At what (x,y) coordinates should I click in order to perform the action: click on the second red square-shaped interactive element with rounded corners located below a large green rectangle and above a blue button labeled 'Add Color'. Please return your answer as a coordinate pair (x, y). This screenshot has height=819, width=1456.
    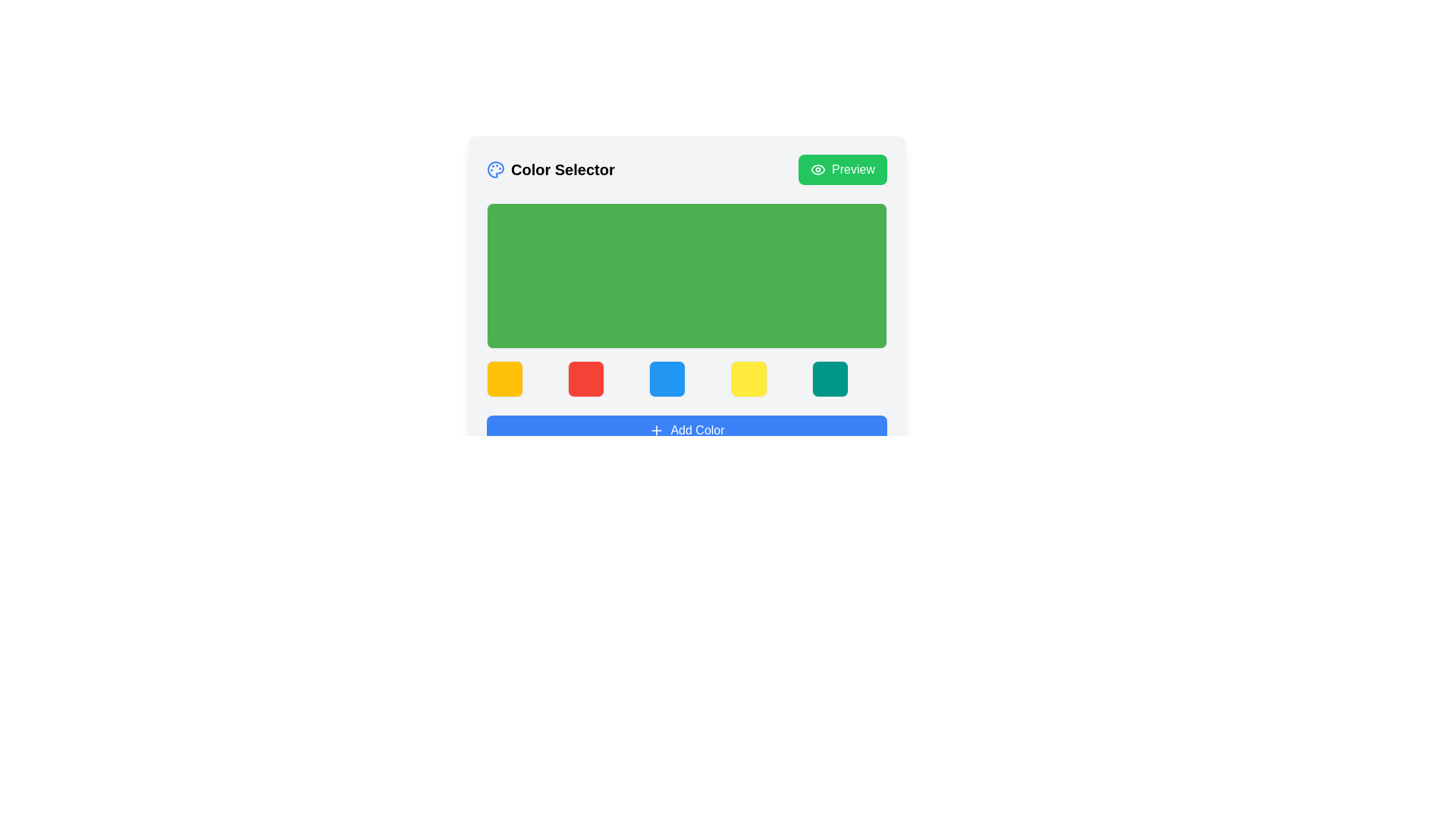
    Looking at the image, I should click on (585, 378).